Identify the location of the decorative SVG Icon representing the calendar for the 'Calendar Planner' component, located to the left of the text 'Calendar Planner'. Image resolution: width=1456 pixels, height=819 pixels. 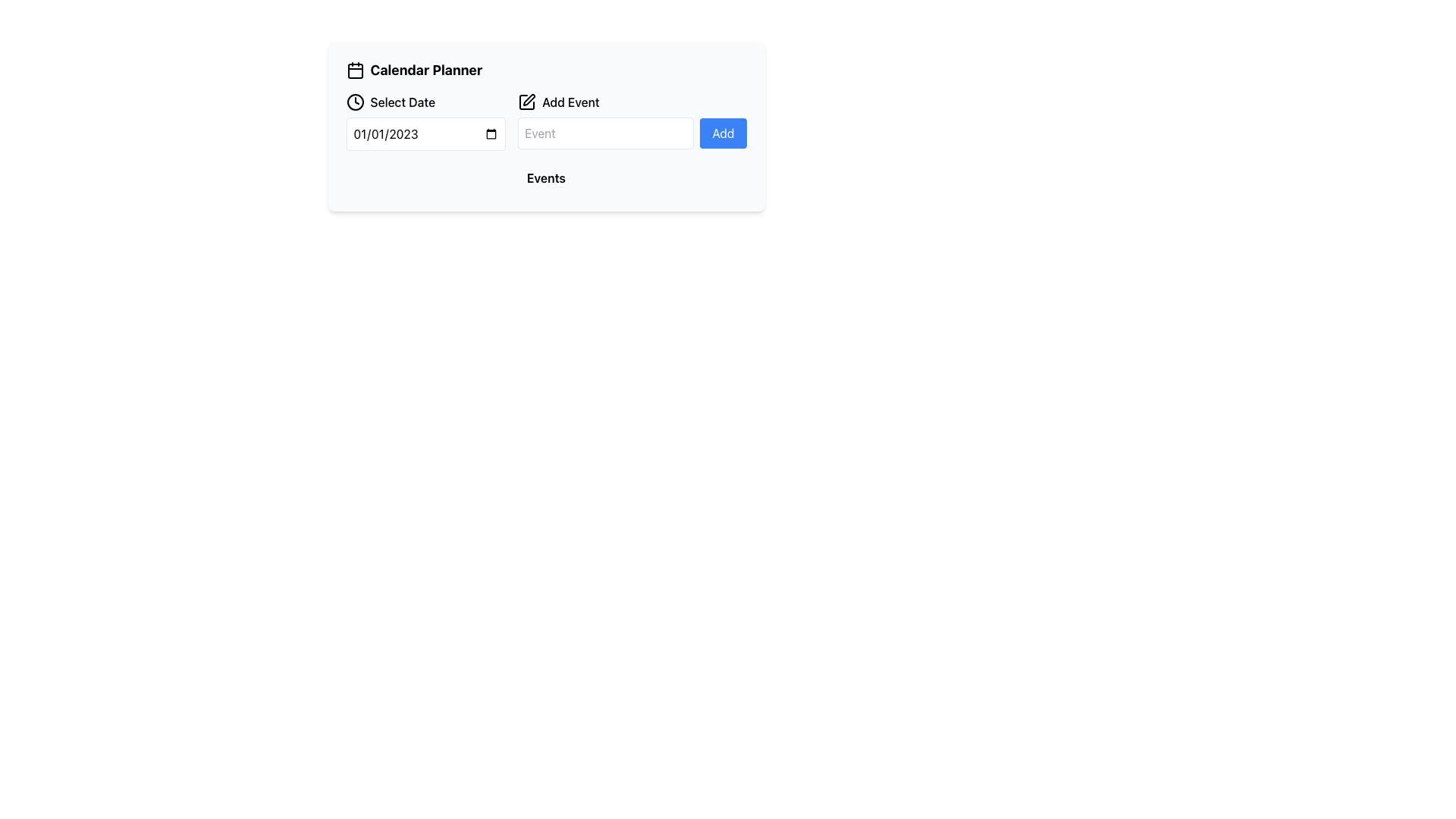
(354, 70).